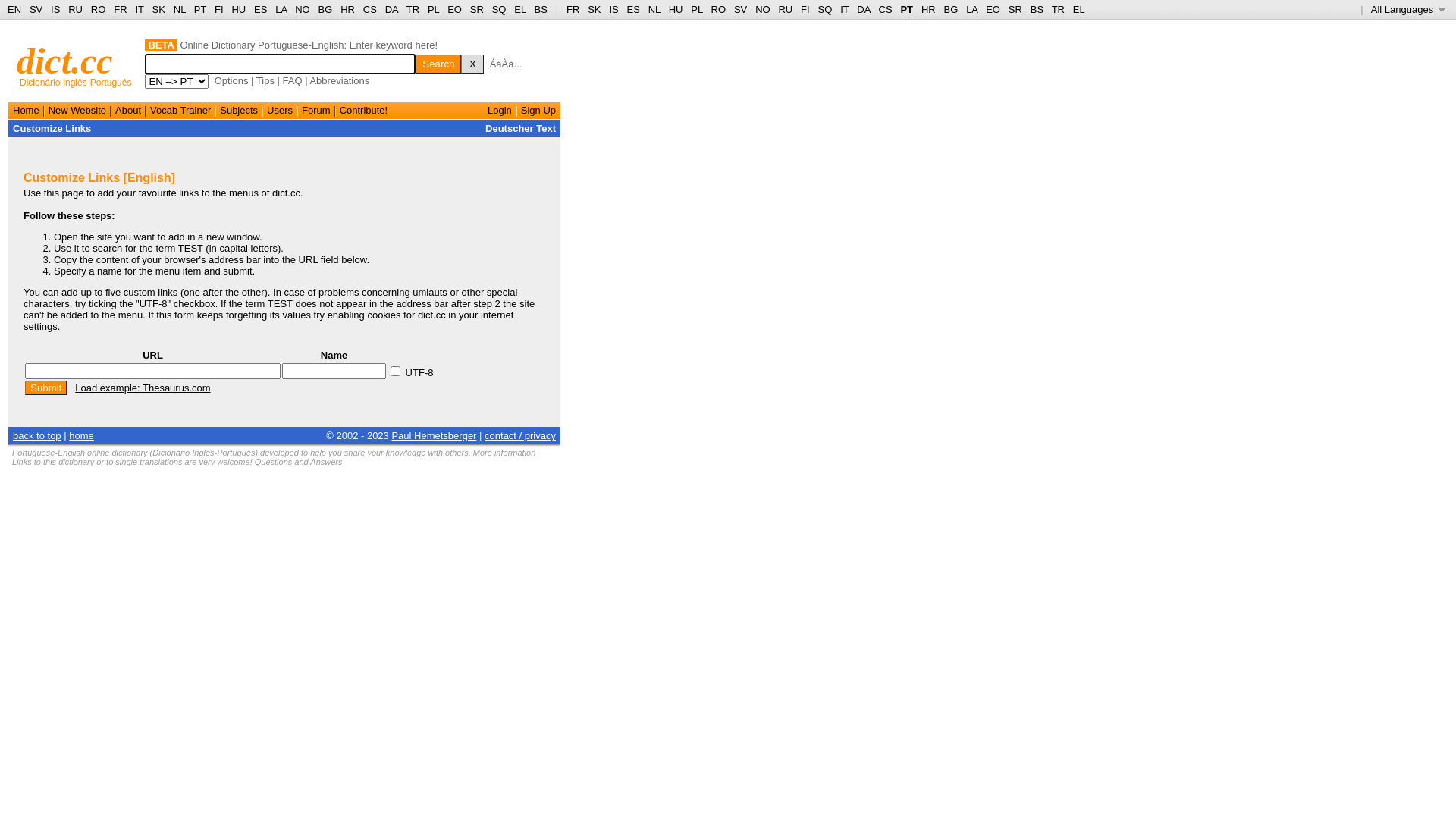 The height and width of the screenshot is (819, 1456). Describe the element at coordinates (325, 9) in the screenshot. I see `'BG'` at that location.